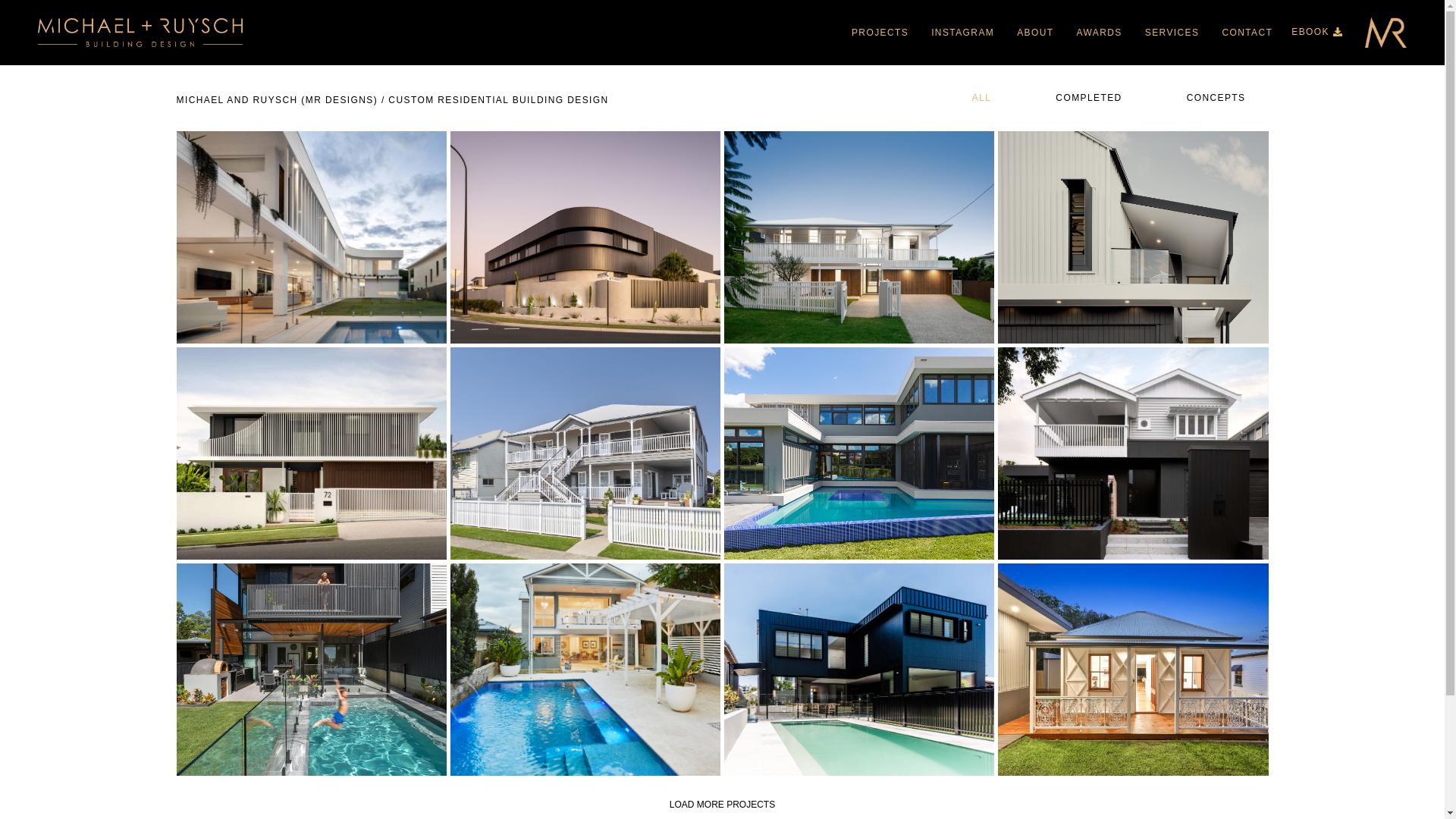 The image size is (1456, 819). I want to click on 'INSTAGRAM', so click(962, 32).